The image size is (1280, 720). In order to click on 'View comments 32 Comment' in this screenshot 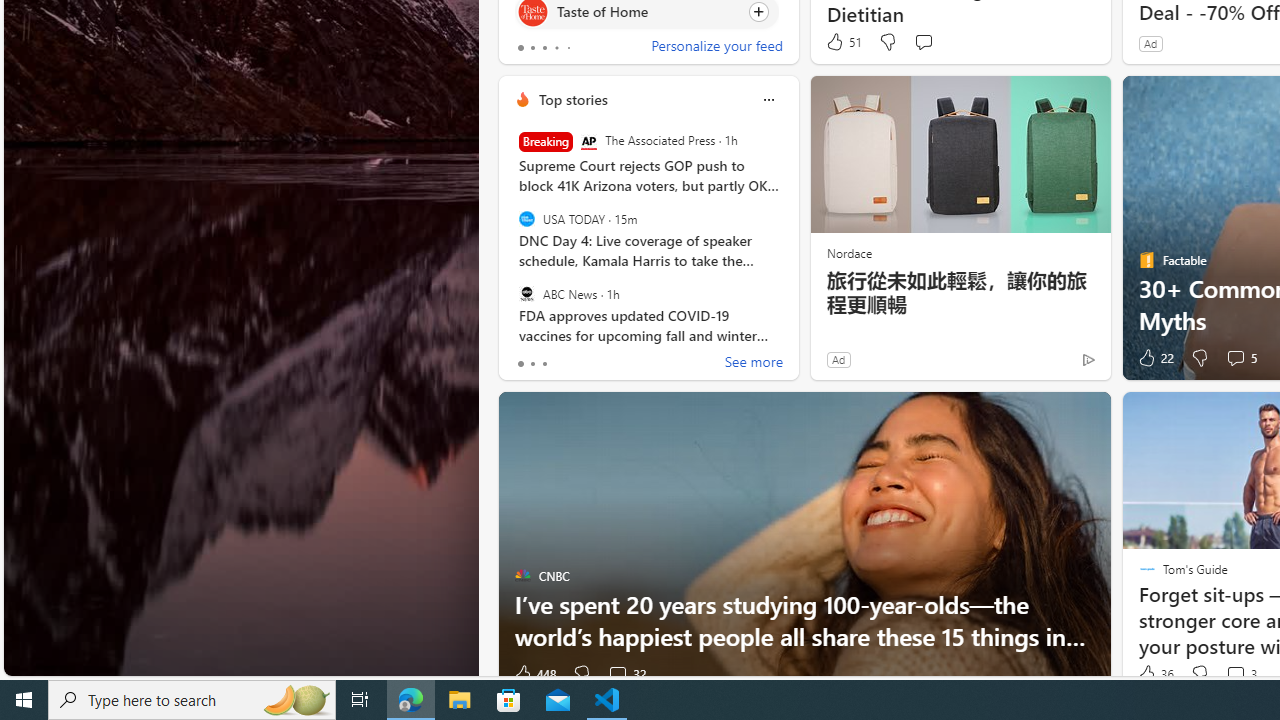, I will do `click(625, 674)`.